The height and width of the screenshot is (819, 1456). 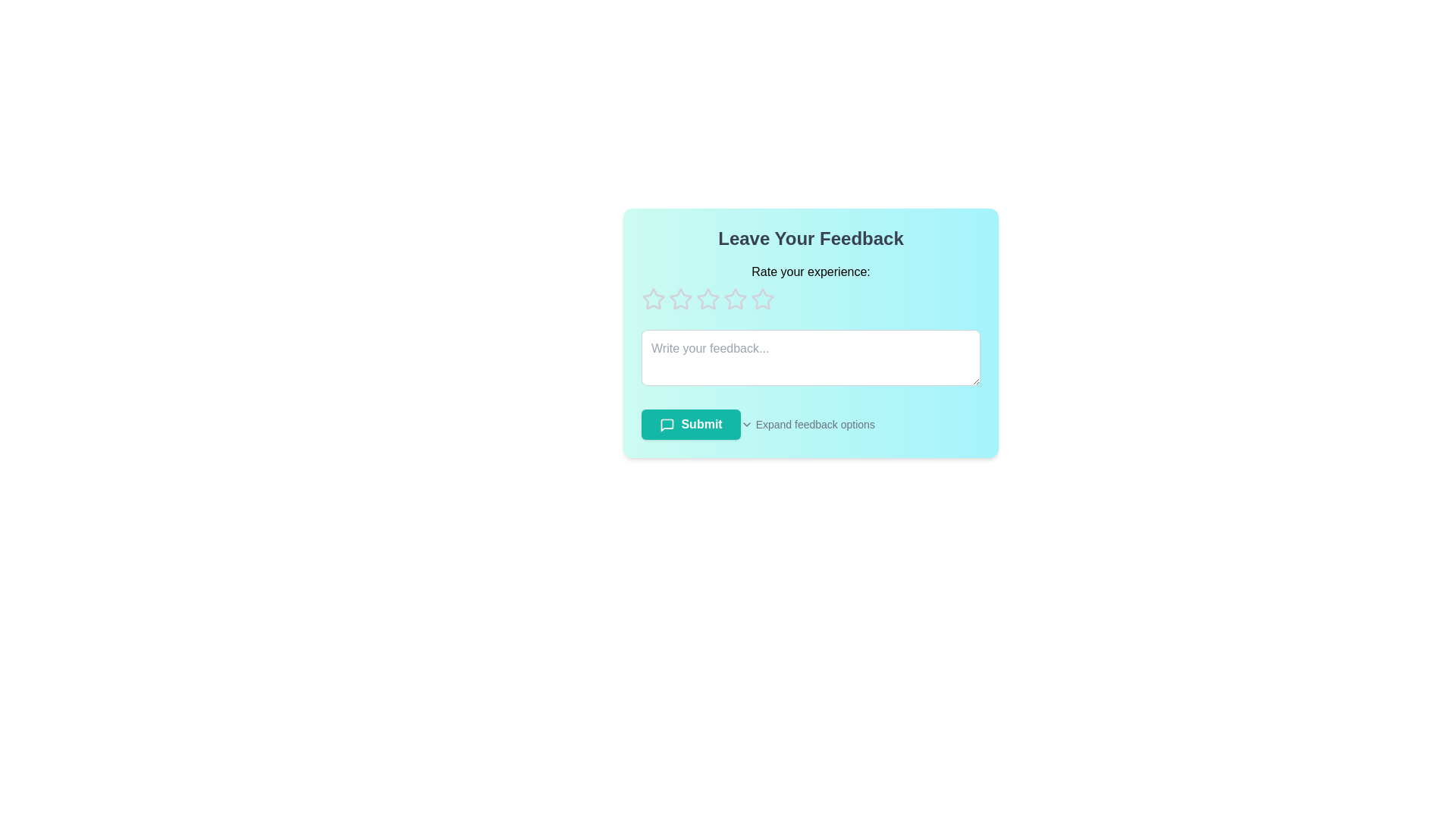 I want to click on the speech bubble icon with a teal background and white outline, located to the left of the 'Submit' text on the button at the bottom-left corner of the feedback form, so click(x=667, y=424).